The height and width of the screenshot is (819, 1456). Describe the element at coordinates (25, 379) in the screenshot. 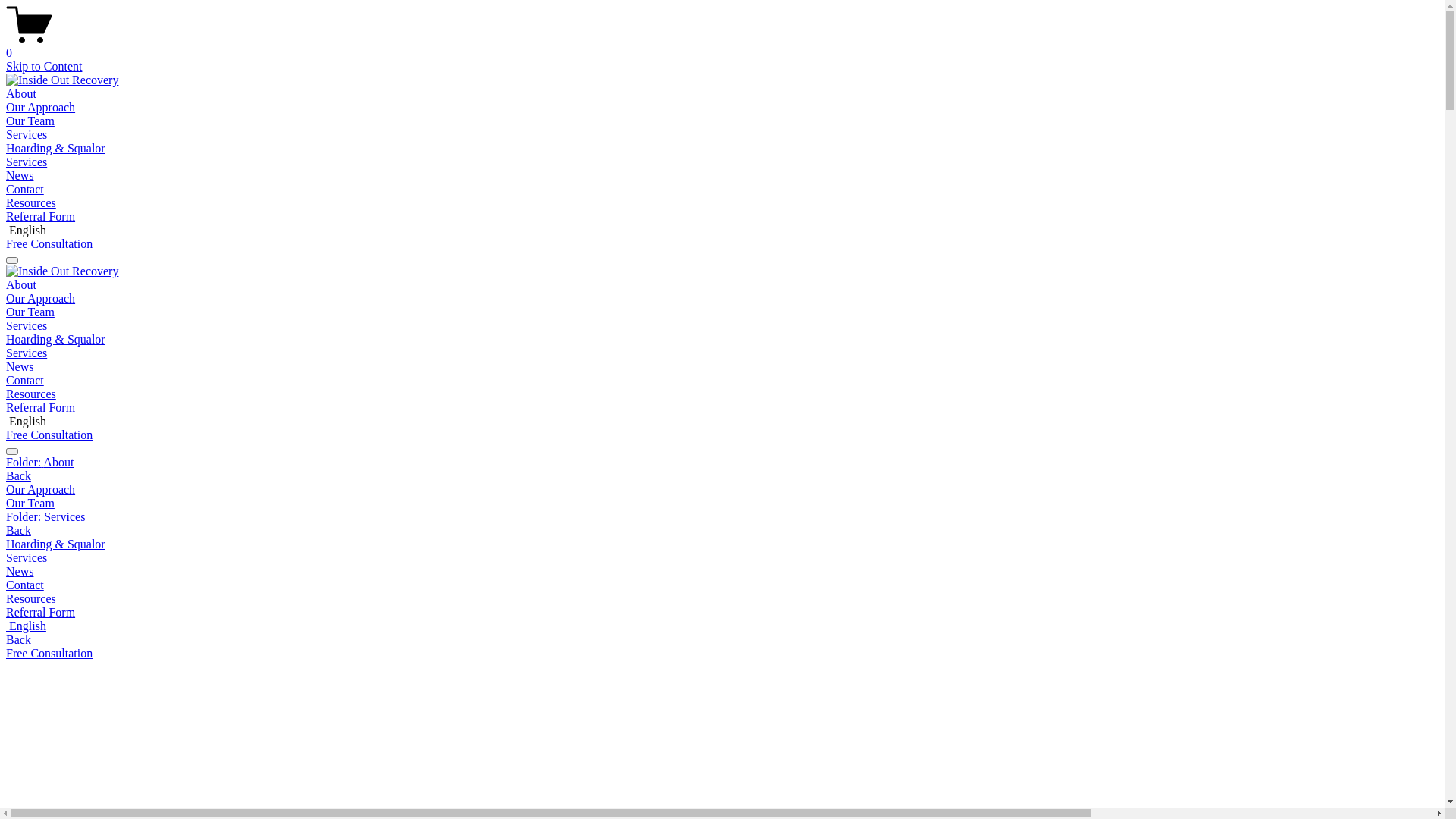

I see `'Contact'` at that location.